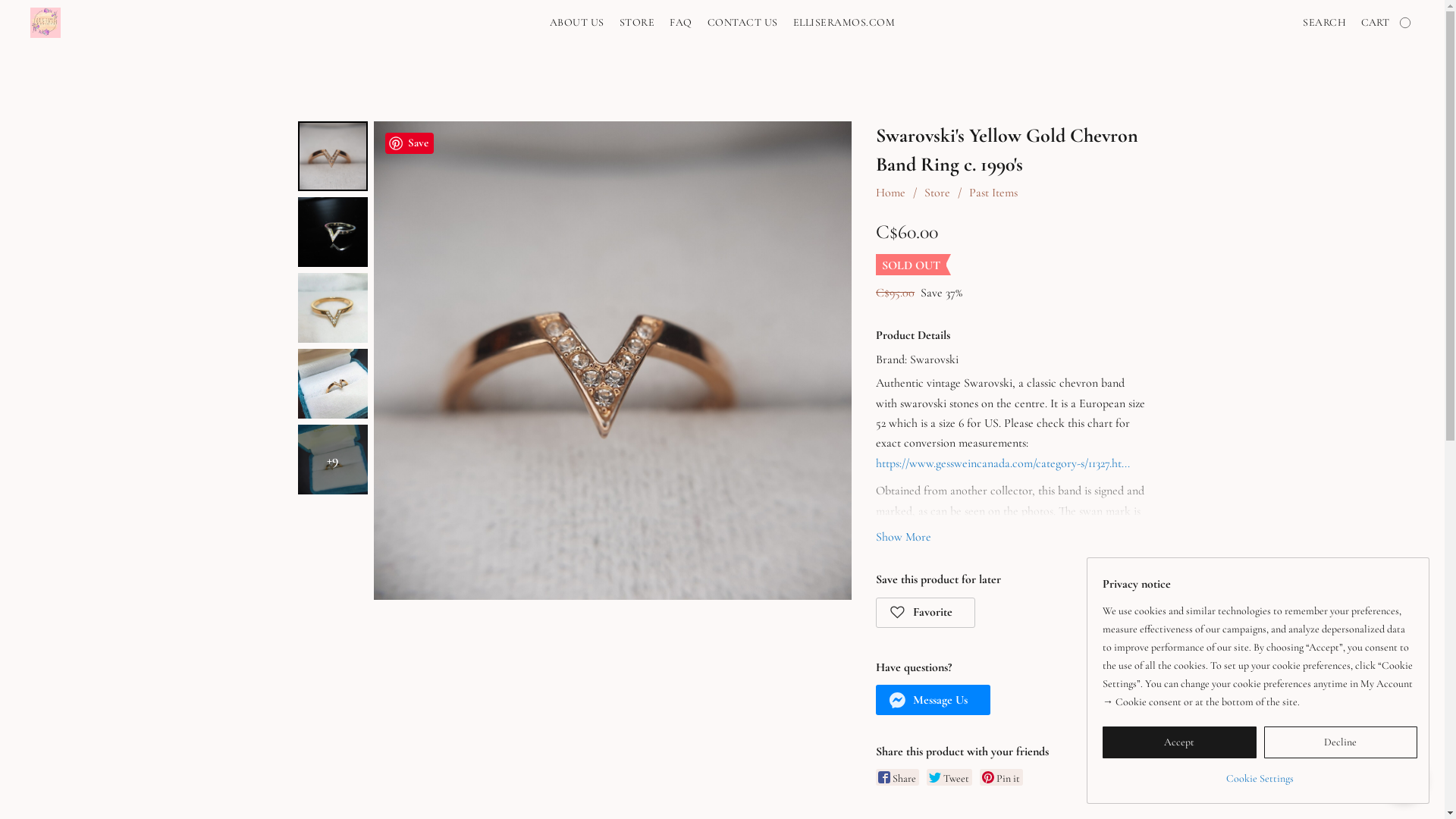 The image size is (1456, 819). Describe the element at coordinates (662, 23) in the screenshot. I see `'FAQ'` at that location.